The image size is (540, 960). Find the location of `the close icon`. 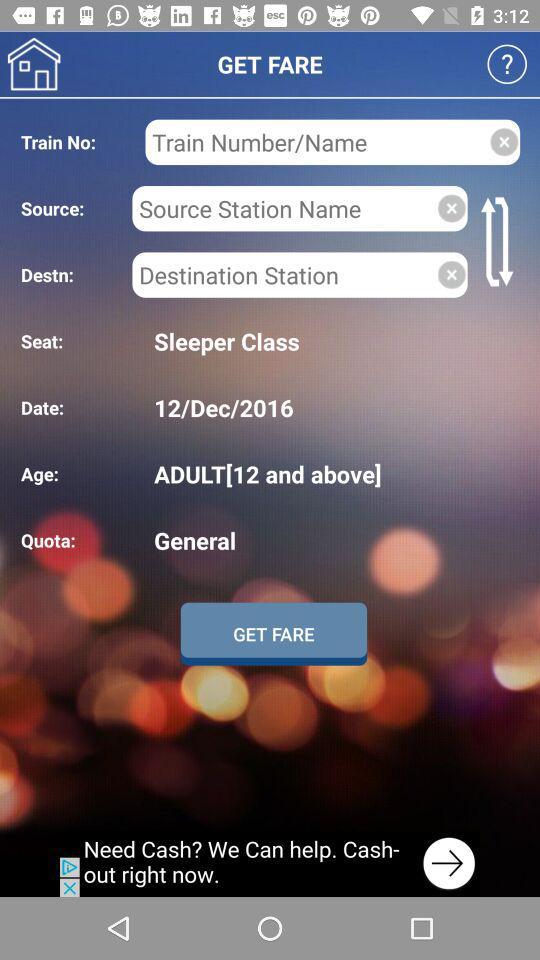

the close icon is located at coordinates (503, 141).